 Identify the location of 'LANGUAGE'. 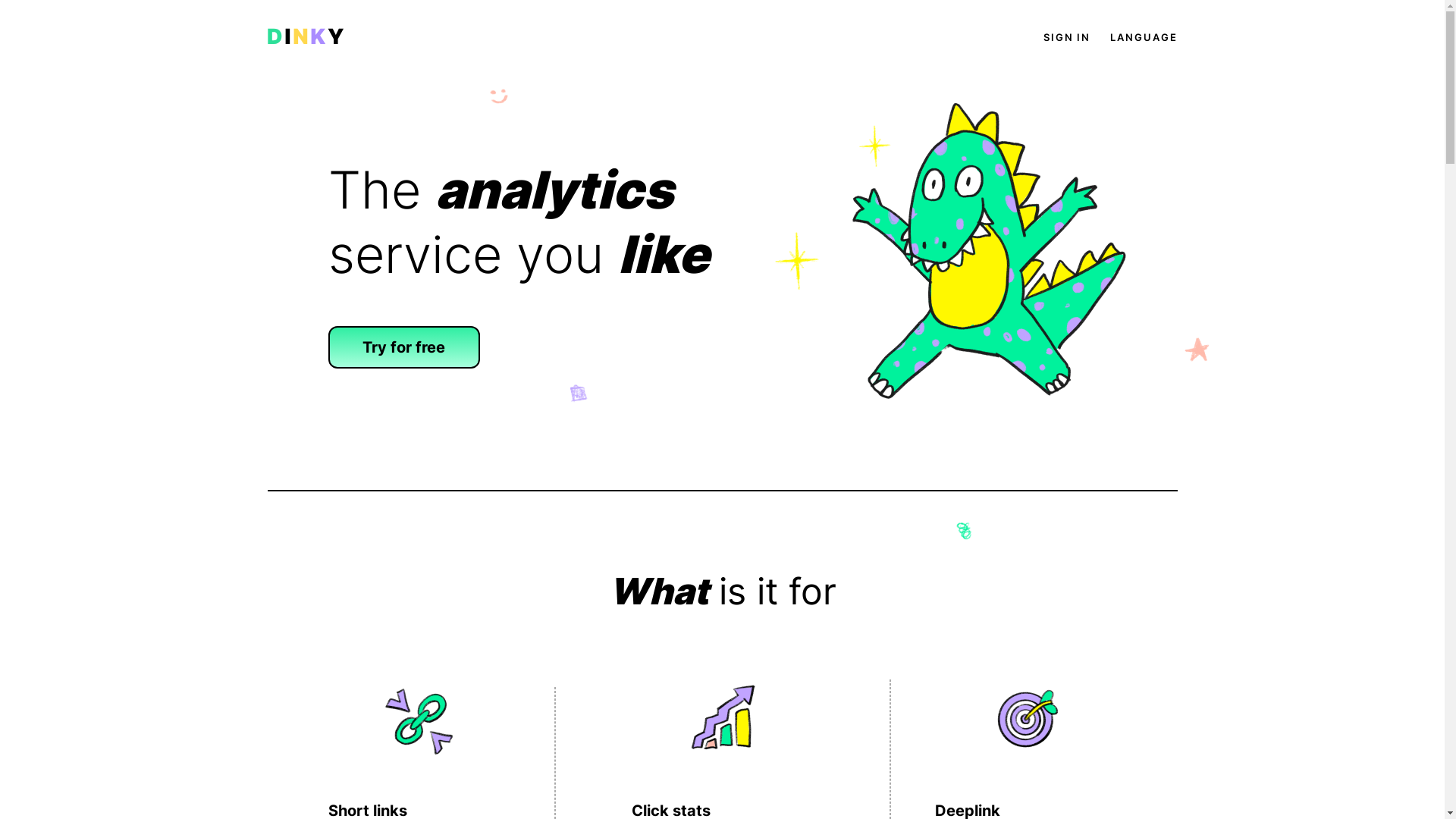
(1143, 36).